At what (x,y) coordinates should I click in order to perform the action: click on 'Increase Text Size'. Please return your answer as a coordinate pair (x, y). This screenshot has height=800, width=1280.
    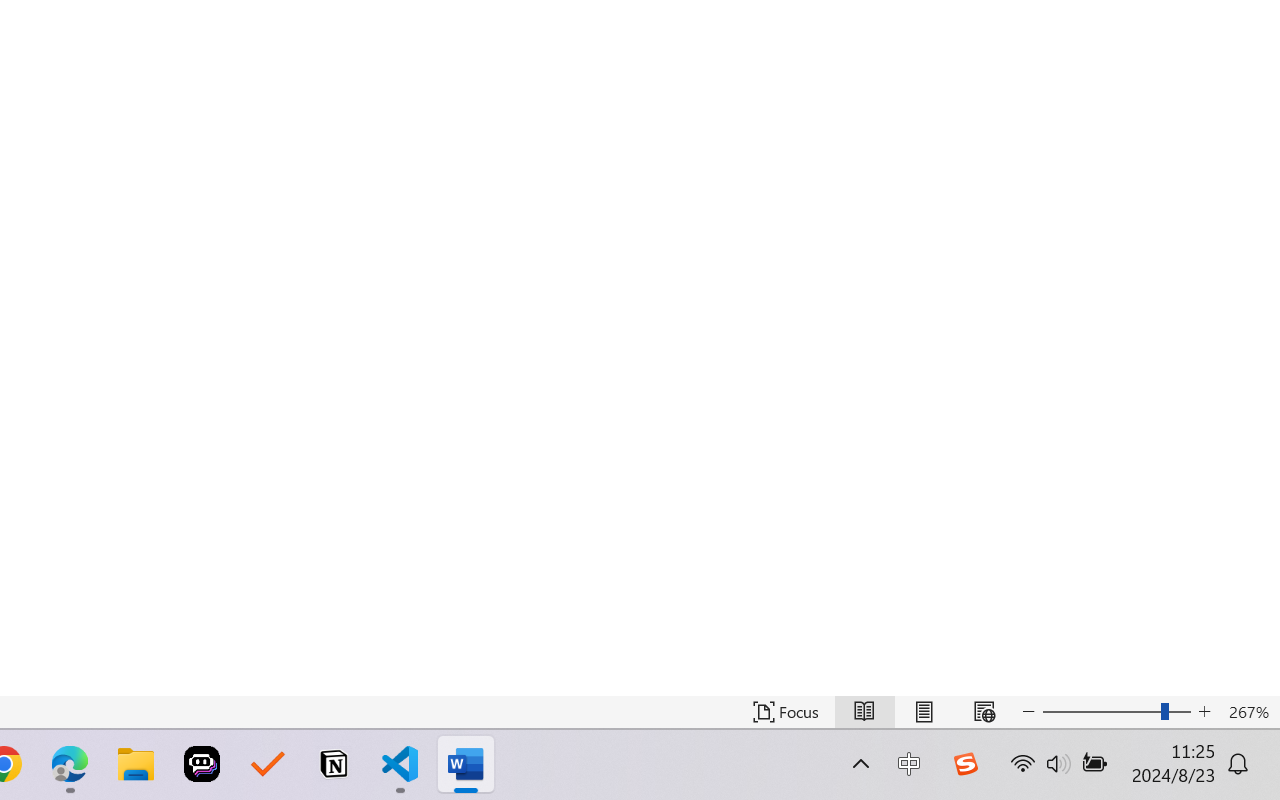
    Looking at the image, I should click on (1204, 711).